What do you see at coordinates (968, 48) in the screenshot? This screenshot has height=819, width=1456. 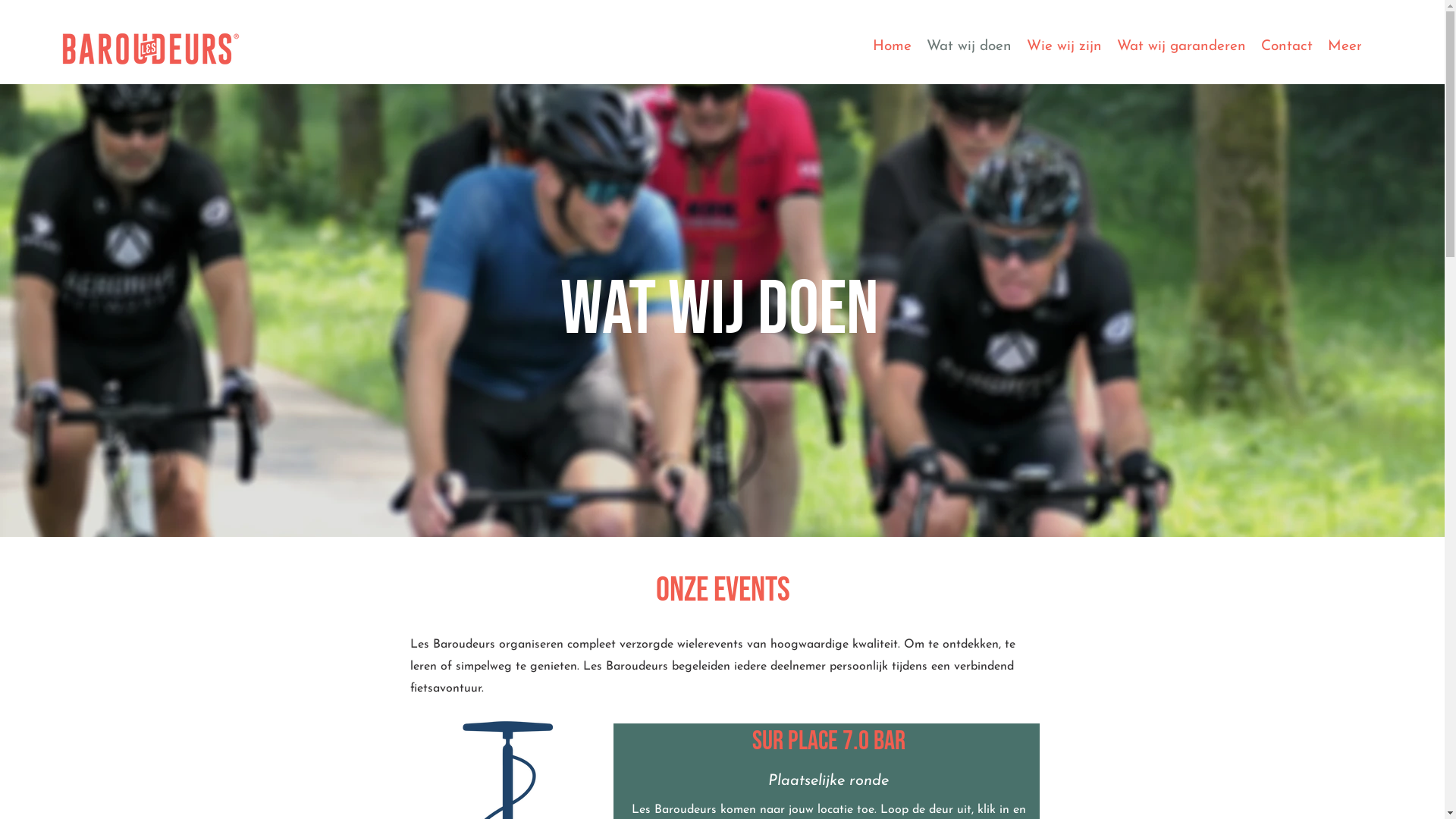 I see `'Wat wij doen'` at bounding box center [968, 48].